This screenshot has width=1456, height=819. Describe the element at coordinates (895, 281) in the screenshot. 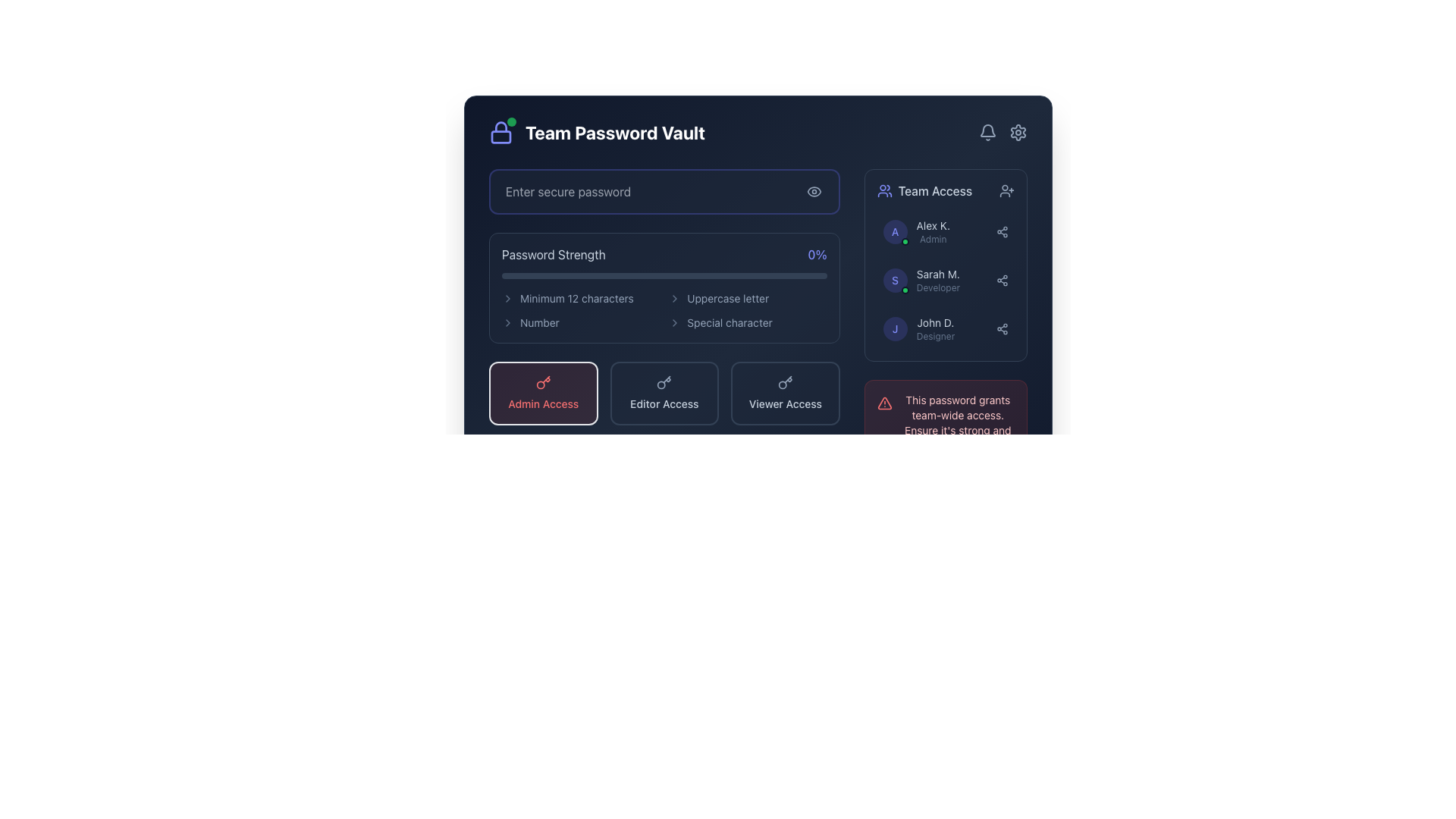

I see `Profile Badge for user 'Sarah M.' located in the 'Team Access' section, positioned between 'Alex K.' and 'John D.'` at that location.